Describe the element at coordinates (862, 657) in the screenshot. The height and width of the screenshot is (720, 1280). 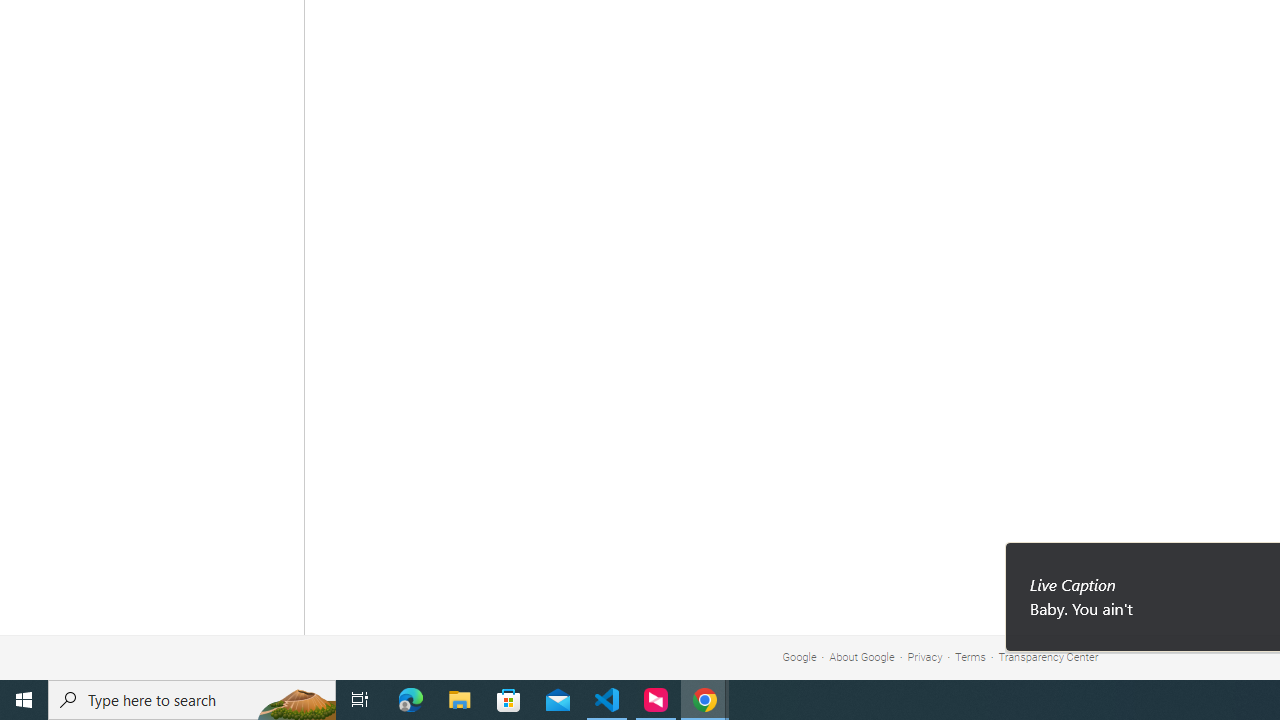
I see `'About Google'` at that location.